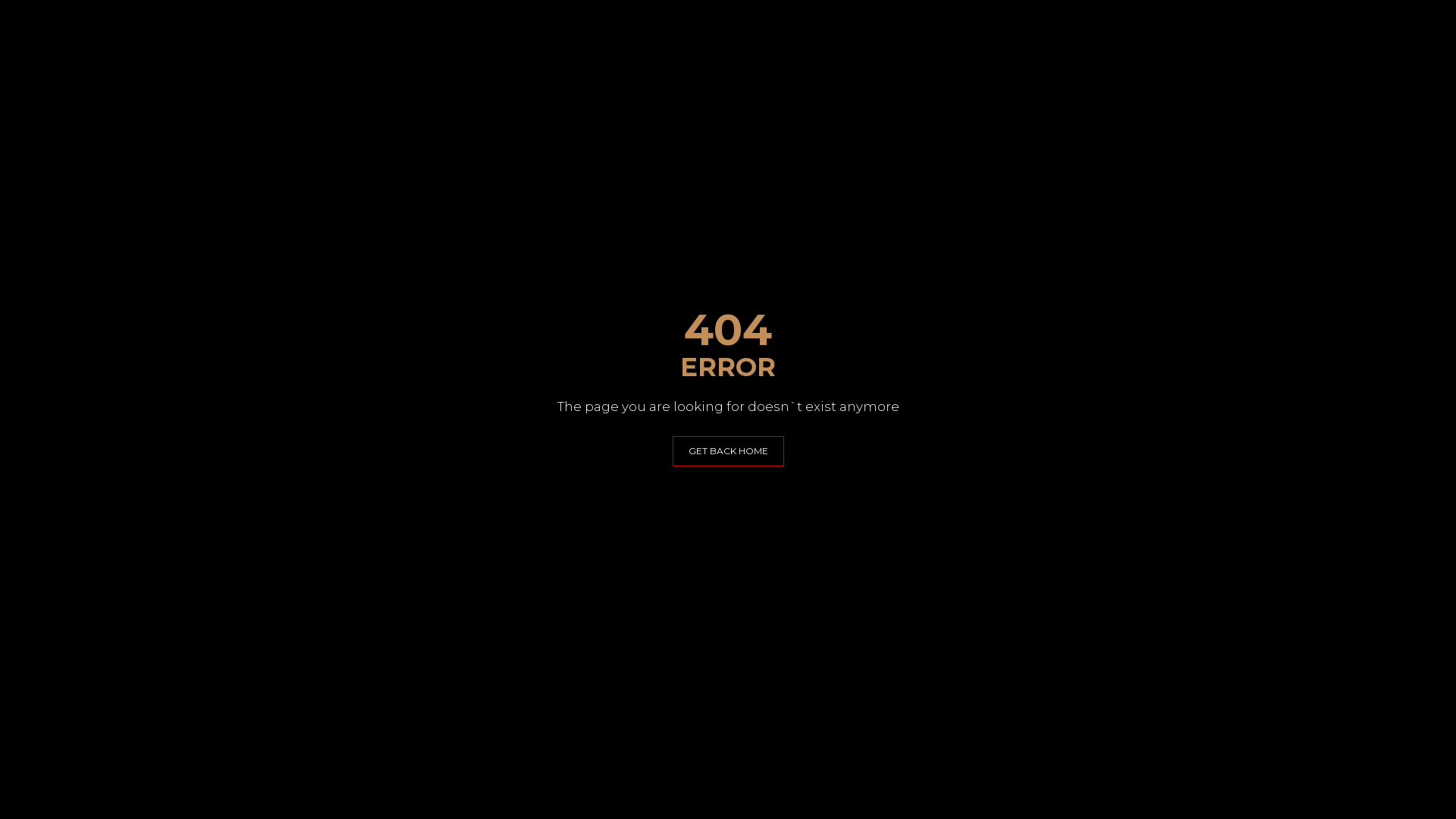 The image size is (1456, 819). What do you see at coordinates (726, 450) in the screenshot?
I see `'GET BACK HOME'` at bounding box center [726, 450].